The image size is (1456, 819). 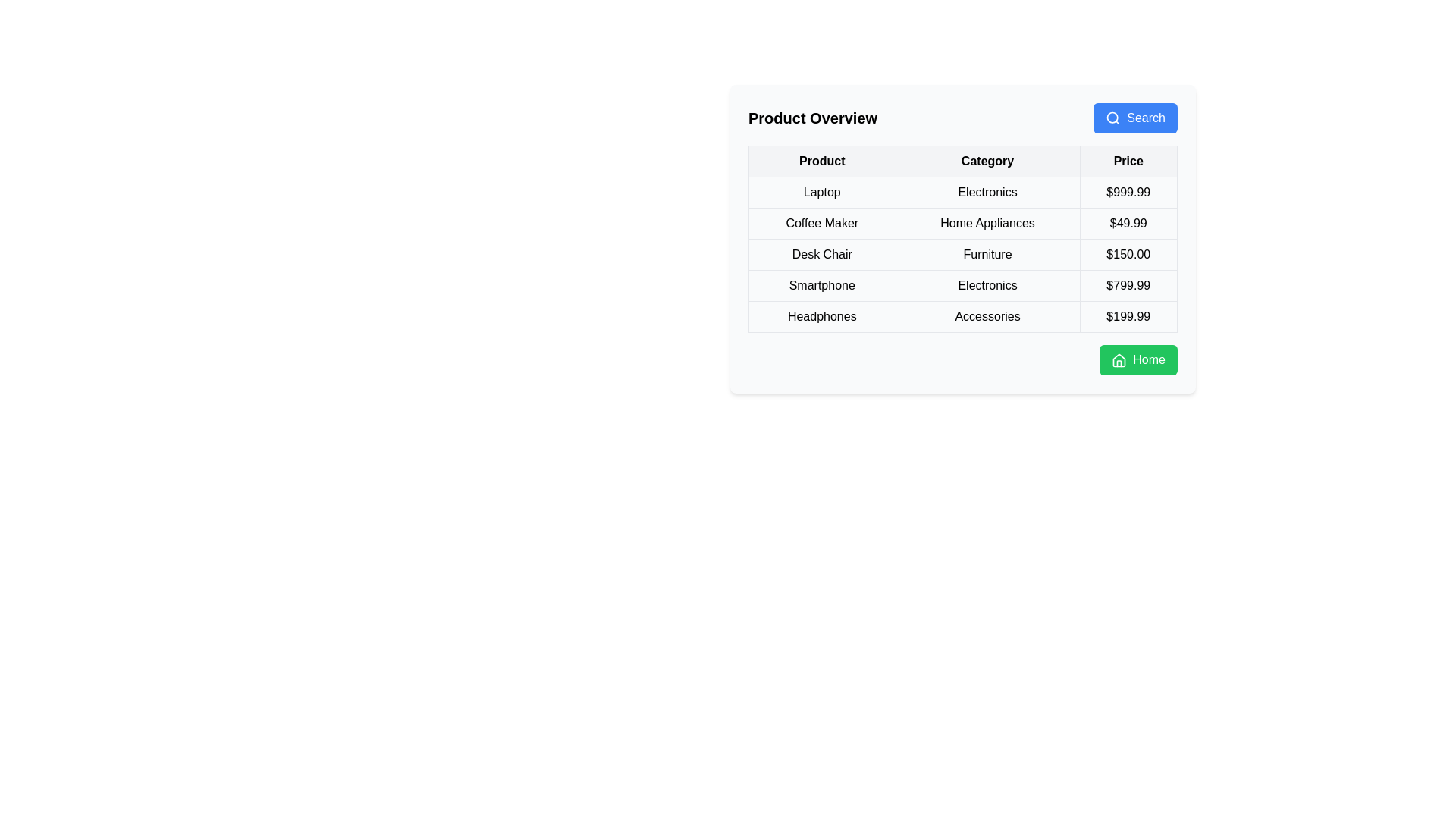 What do you see at coordinates (821, 315) in the screenshot?
I see `the 'Headphones' label located in the fifth row of the 'Product Overview' table under the 'Product' column, which identifies the product name within a structured table layout` at bounding box center [821, 315].